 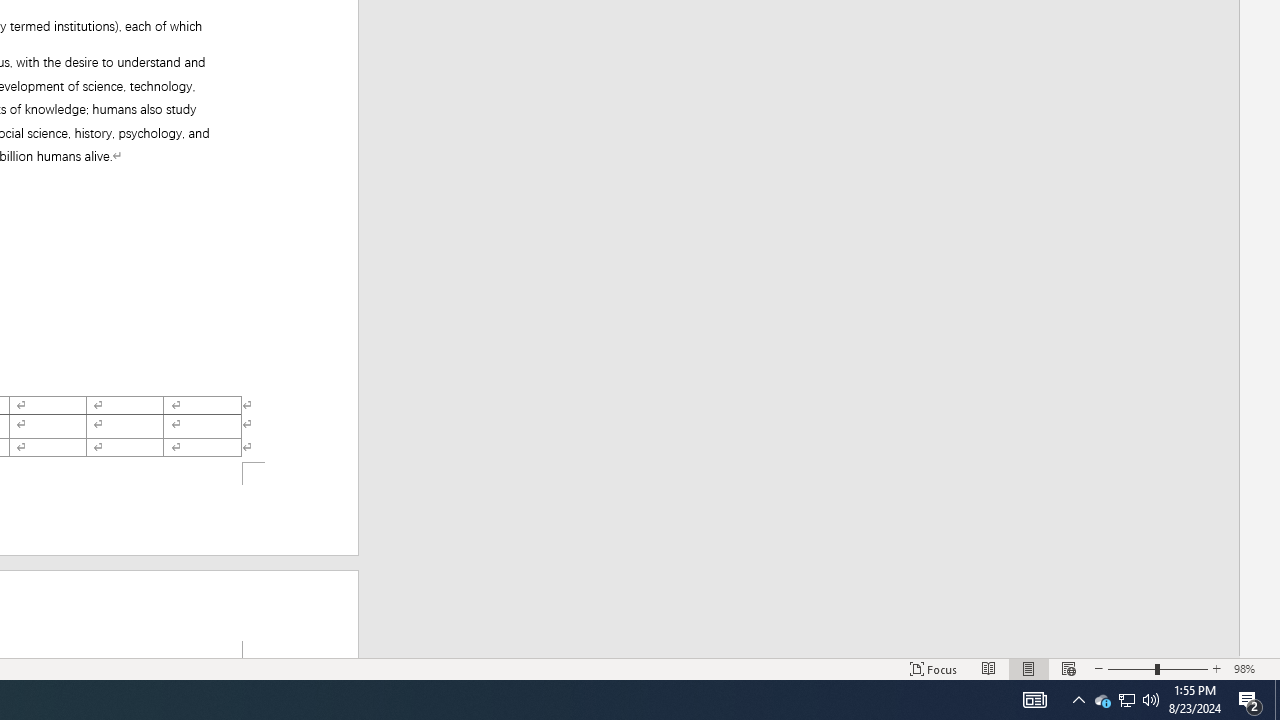 What do you see at coordinates (1158, 669) in the screenshot?
I see `'Zoom'` at bounding box center [1158, 669].